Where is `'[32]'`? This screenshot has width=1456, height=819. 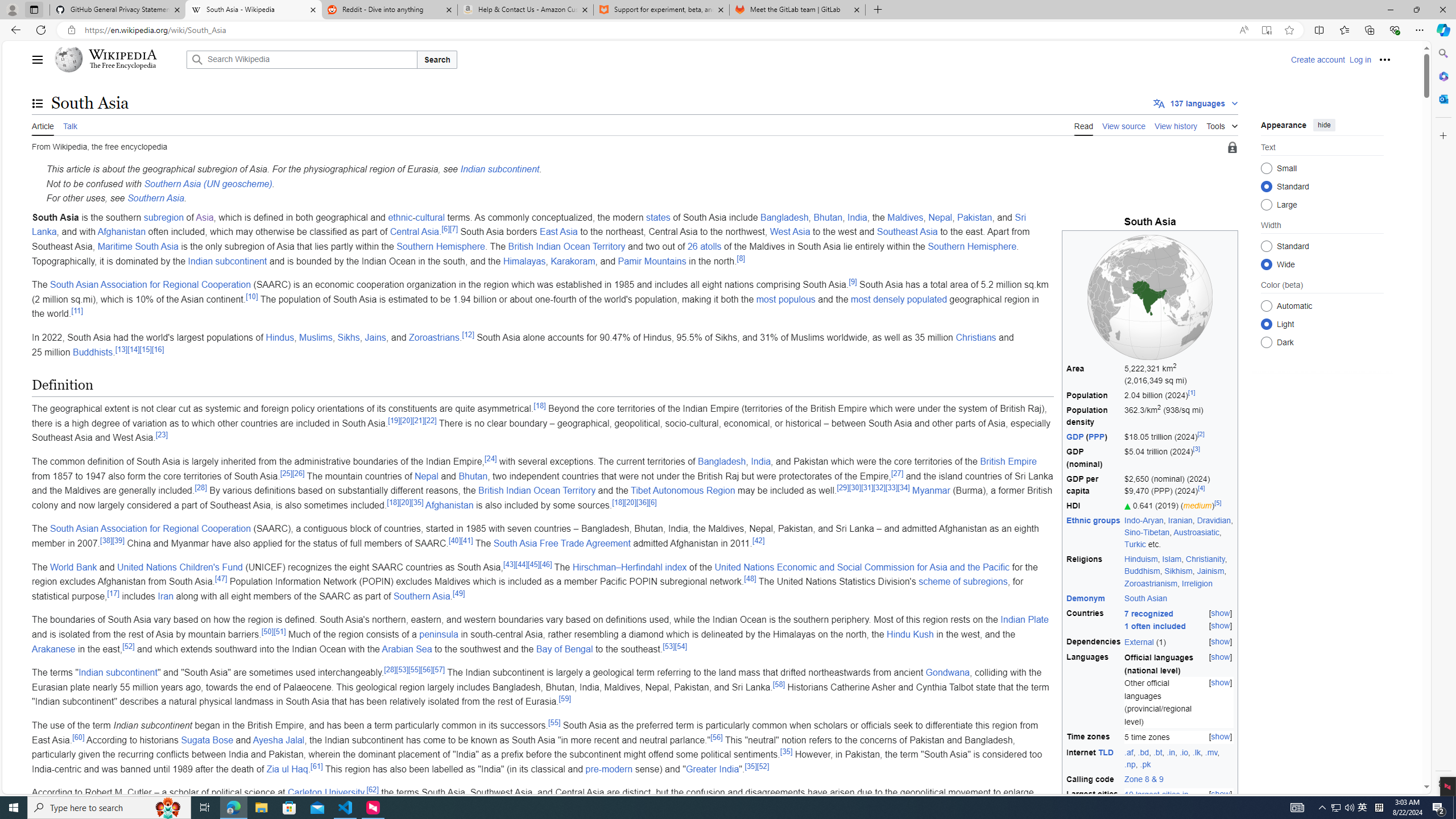
'[32]' is located at coordinates (879, 487).